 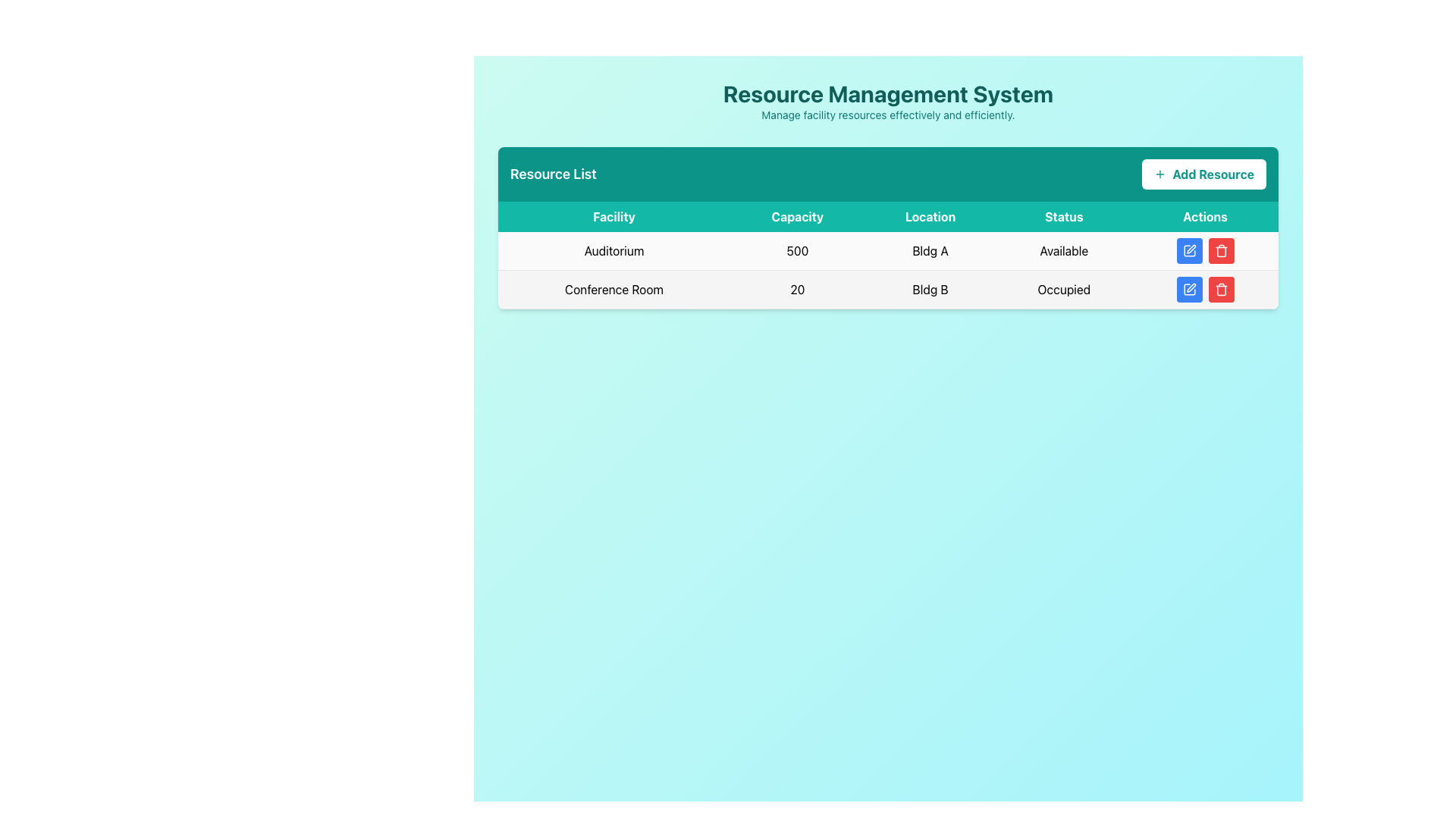 I want to click on the edit button located in the 'Actions' column of the second row of the resource management table, positioned next to the red trashcan icon, so click(x=1190, y=287).